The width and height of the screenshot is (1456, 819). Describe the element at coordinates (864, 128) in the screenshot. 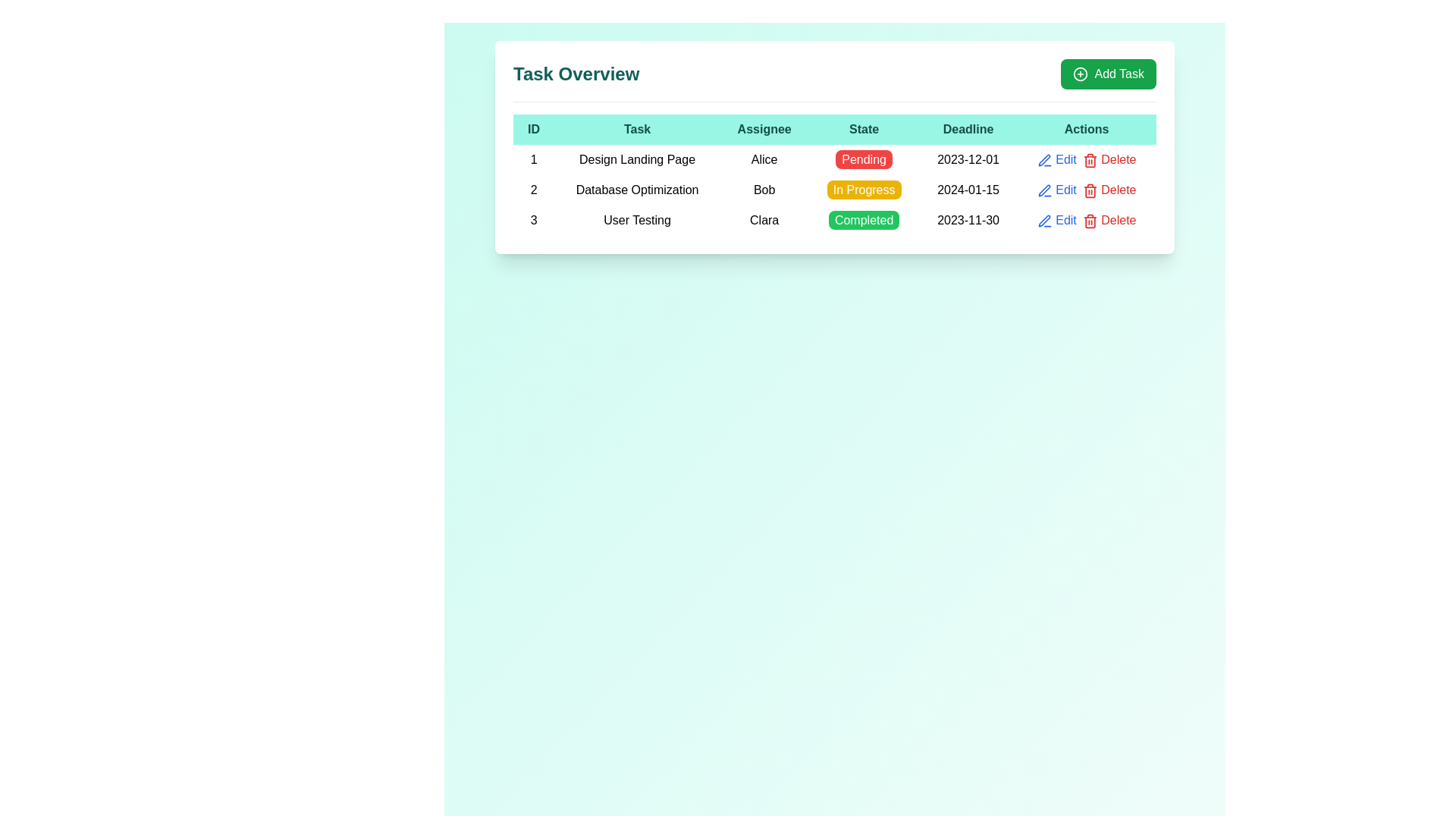

I see `the Table header cell labeled 'State', which has a teal background and bold black text, positioned as the fourth item in the header row` at that location.